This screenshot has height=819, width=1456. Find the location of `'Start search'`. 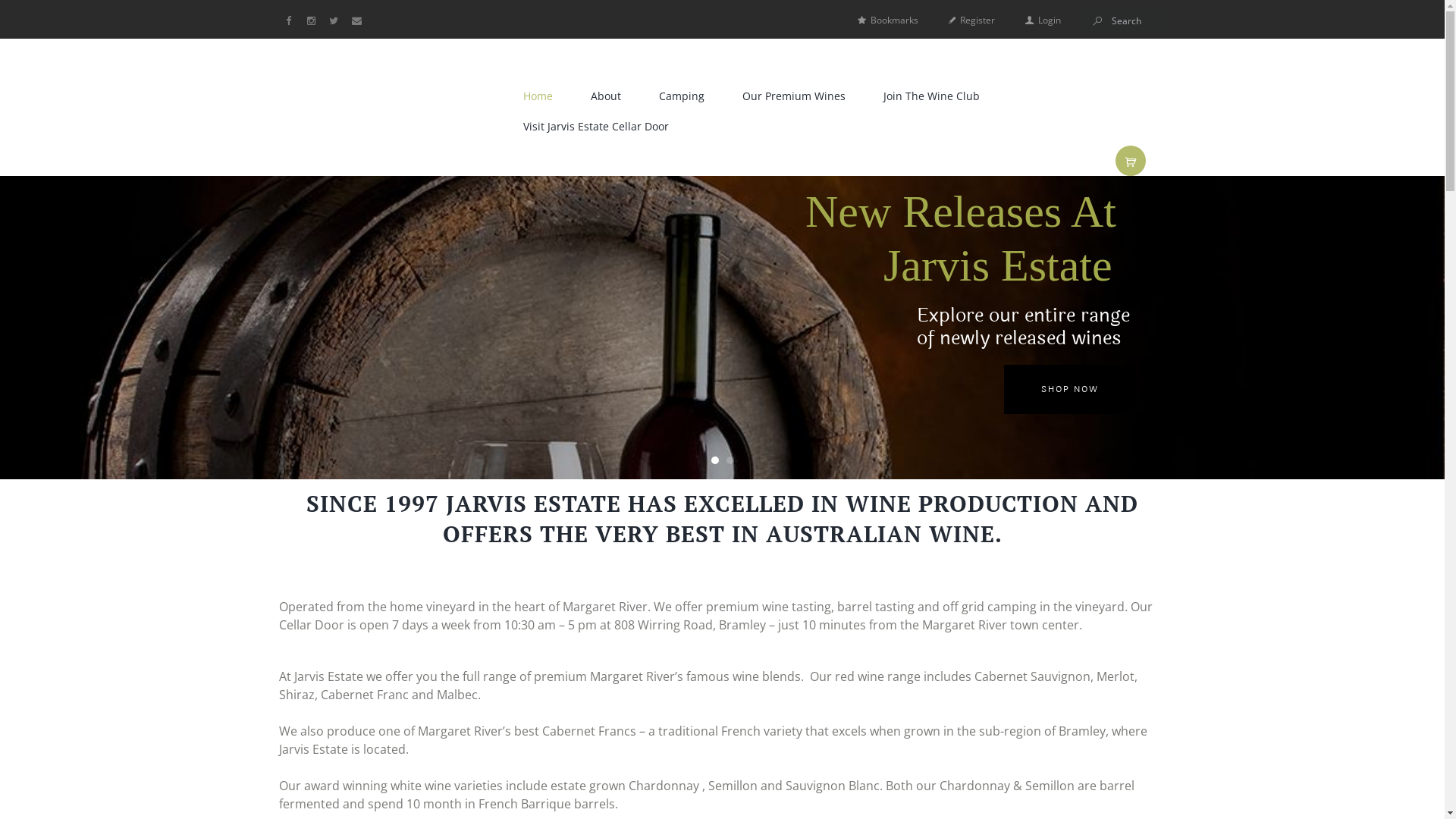

'Start search' is located at coordinates (1084, 20).